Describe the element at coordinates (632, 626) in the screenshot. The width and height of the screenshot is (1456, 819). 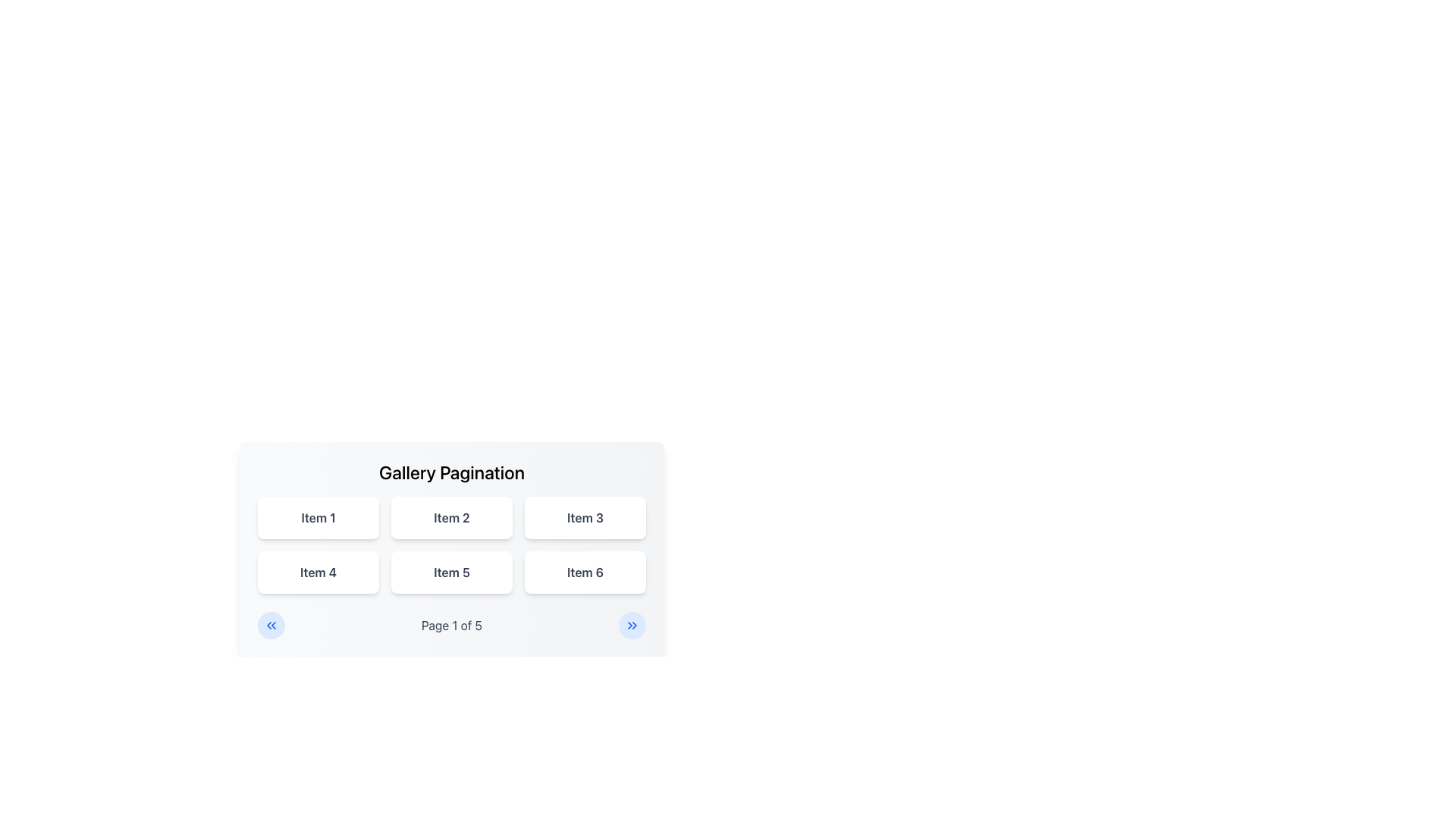
I see `the navigation button located at the far right of the pagination component to go to the next page` at that location.